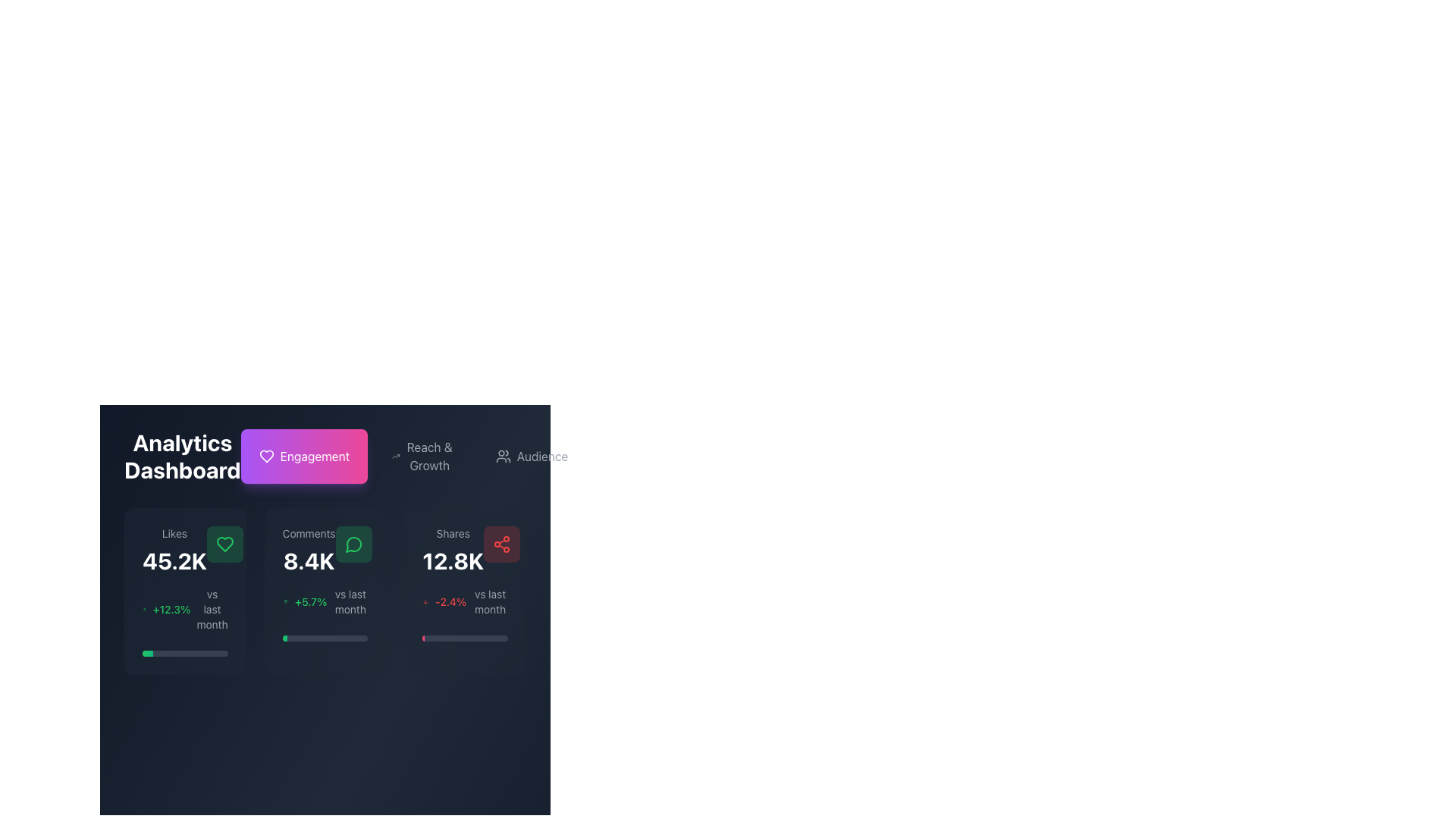 The width and height of the screenshot is (1456, 819). Describe the element at coordinates (324, 455) in the screenshot. I see `the interactive menu bar button` at that location.